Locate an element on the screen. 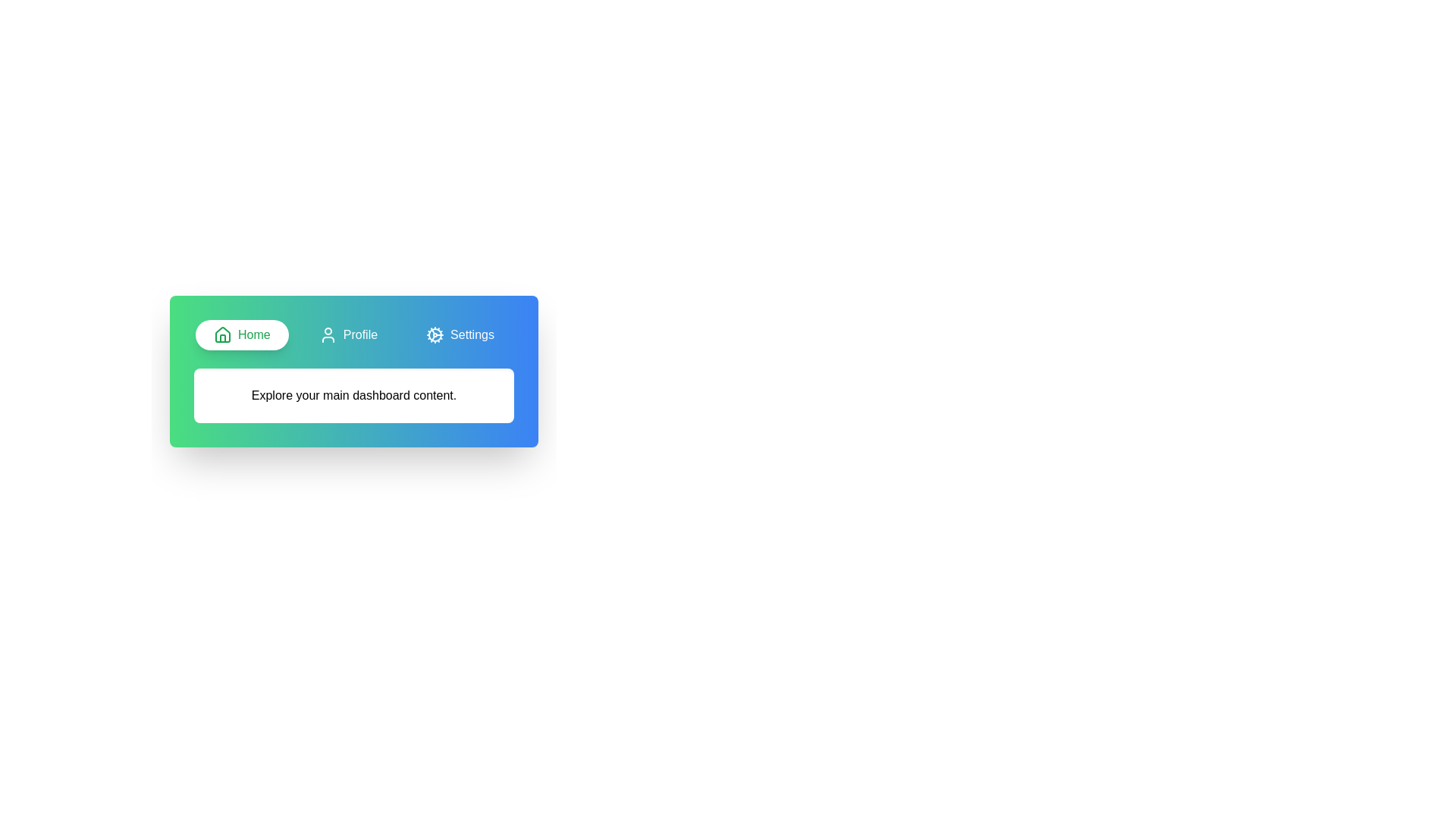 The height and width of the screenshot is (819, 1456). the Home tab to activate it is located at coordinates (241, 334).